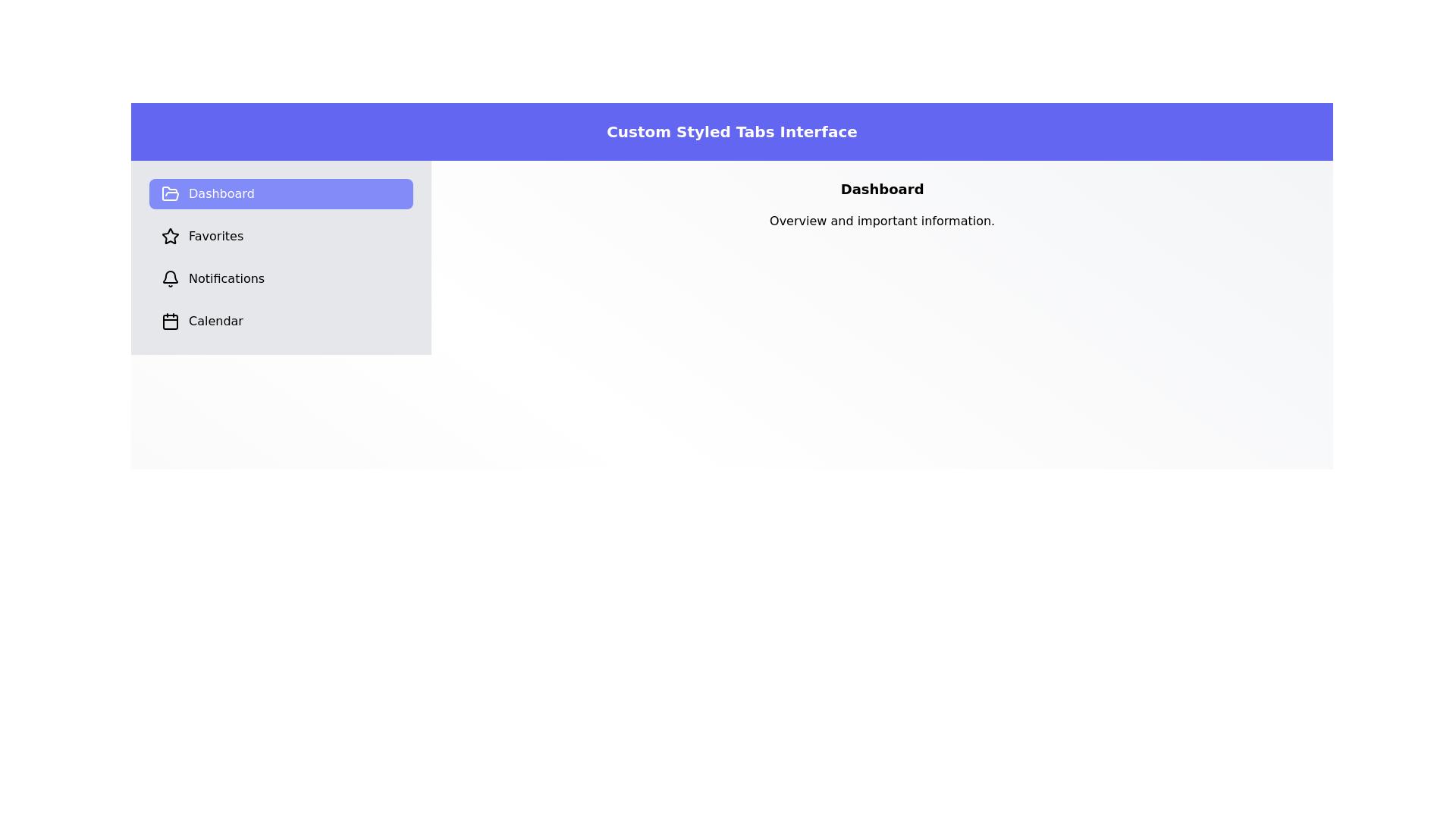 This screenshot has width=1456, height=819. Describe the element at coordinates (171, 237) in the screenshot. I see `the icon of the tab labeled Favorites` at that location.